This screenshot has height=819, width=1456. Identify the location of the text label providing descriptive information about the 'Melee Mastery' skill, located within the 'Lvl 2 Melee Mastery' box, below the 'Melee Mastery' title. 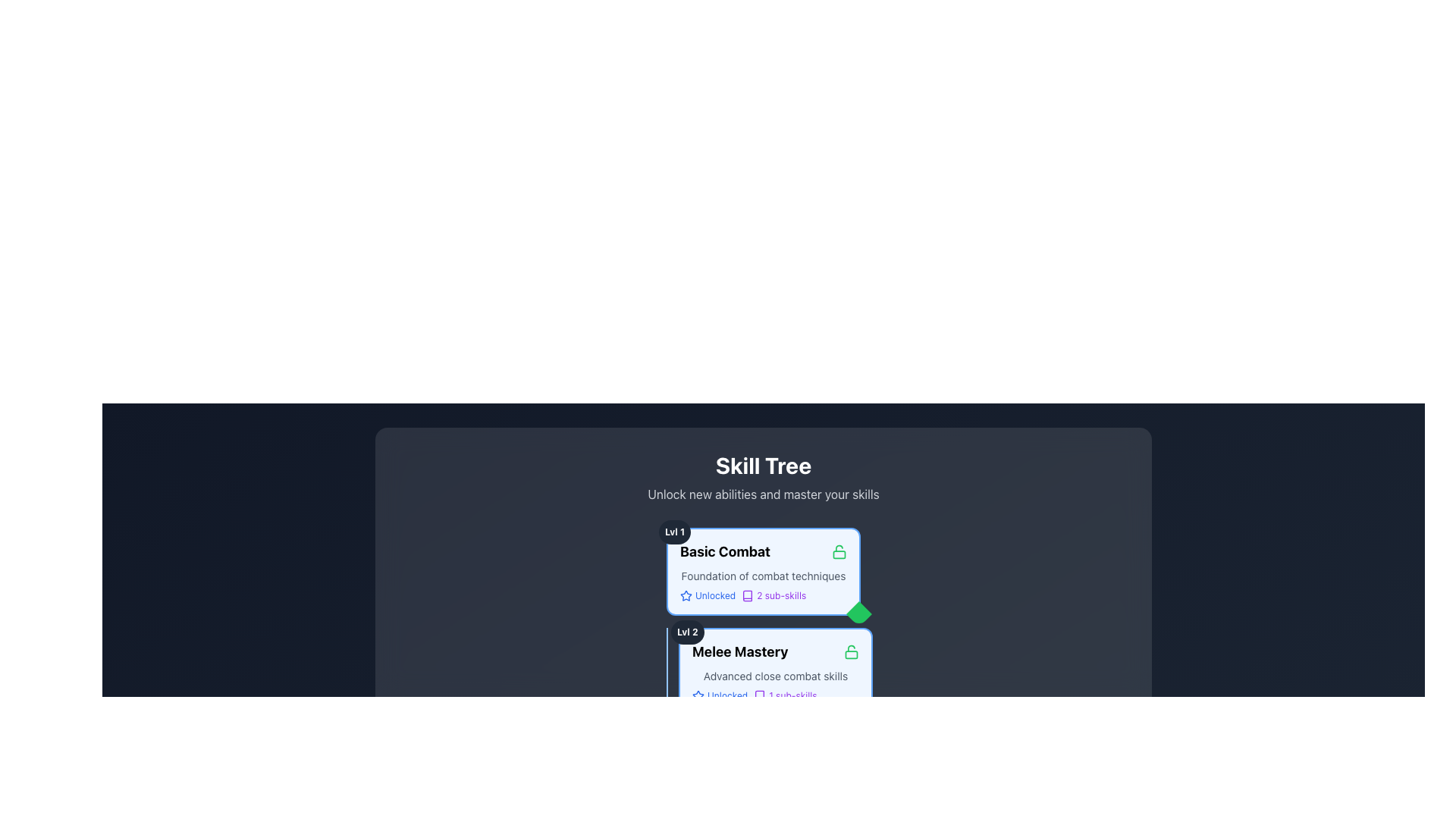
(775, 675).